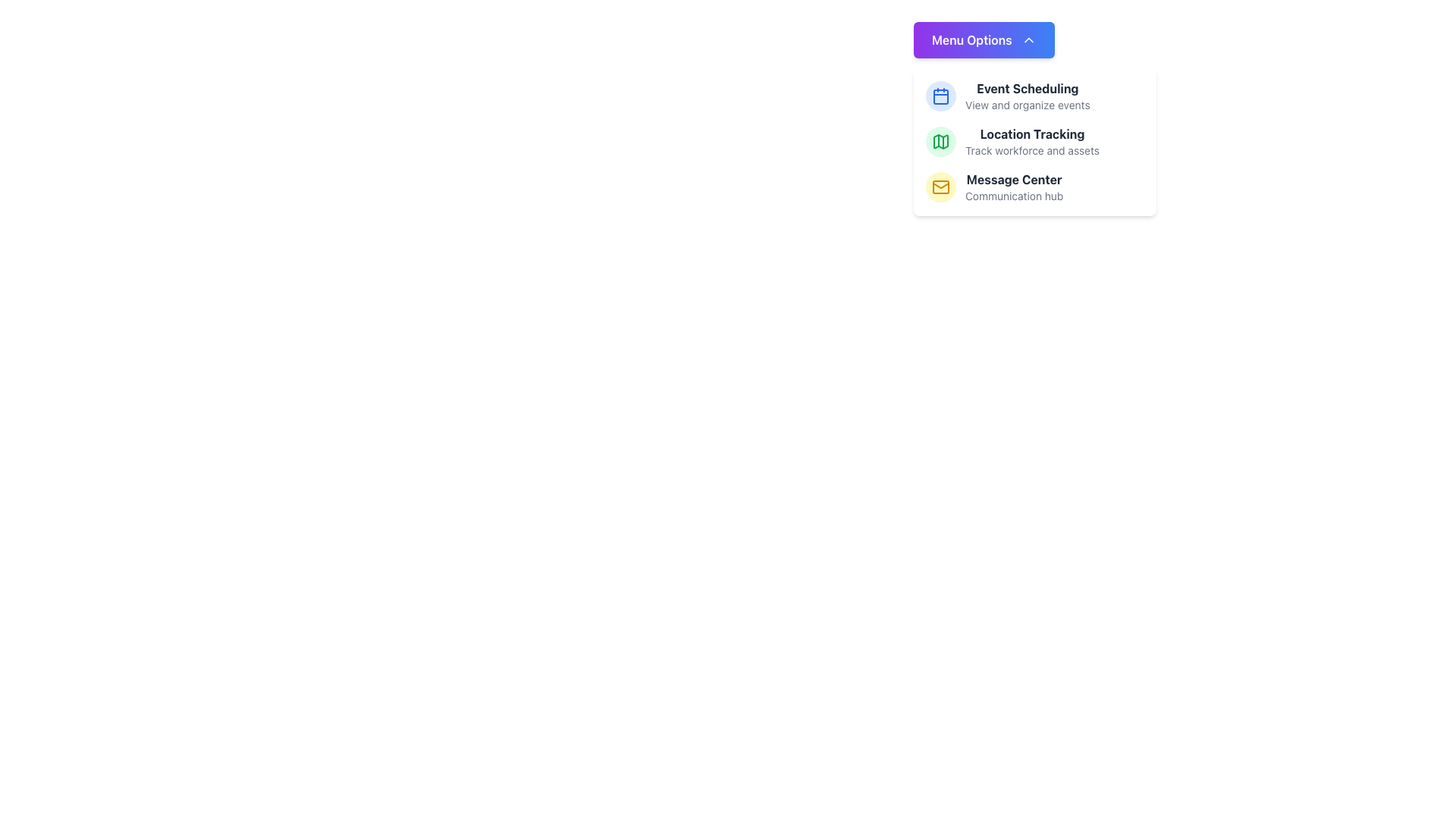  I want to click on the text element titled 'Event Scheduling' which includes the subtitle 'View and organize events.' This element is the first entry under the 'Menu Options' header, so click(1028, 96).